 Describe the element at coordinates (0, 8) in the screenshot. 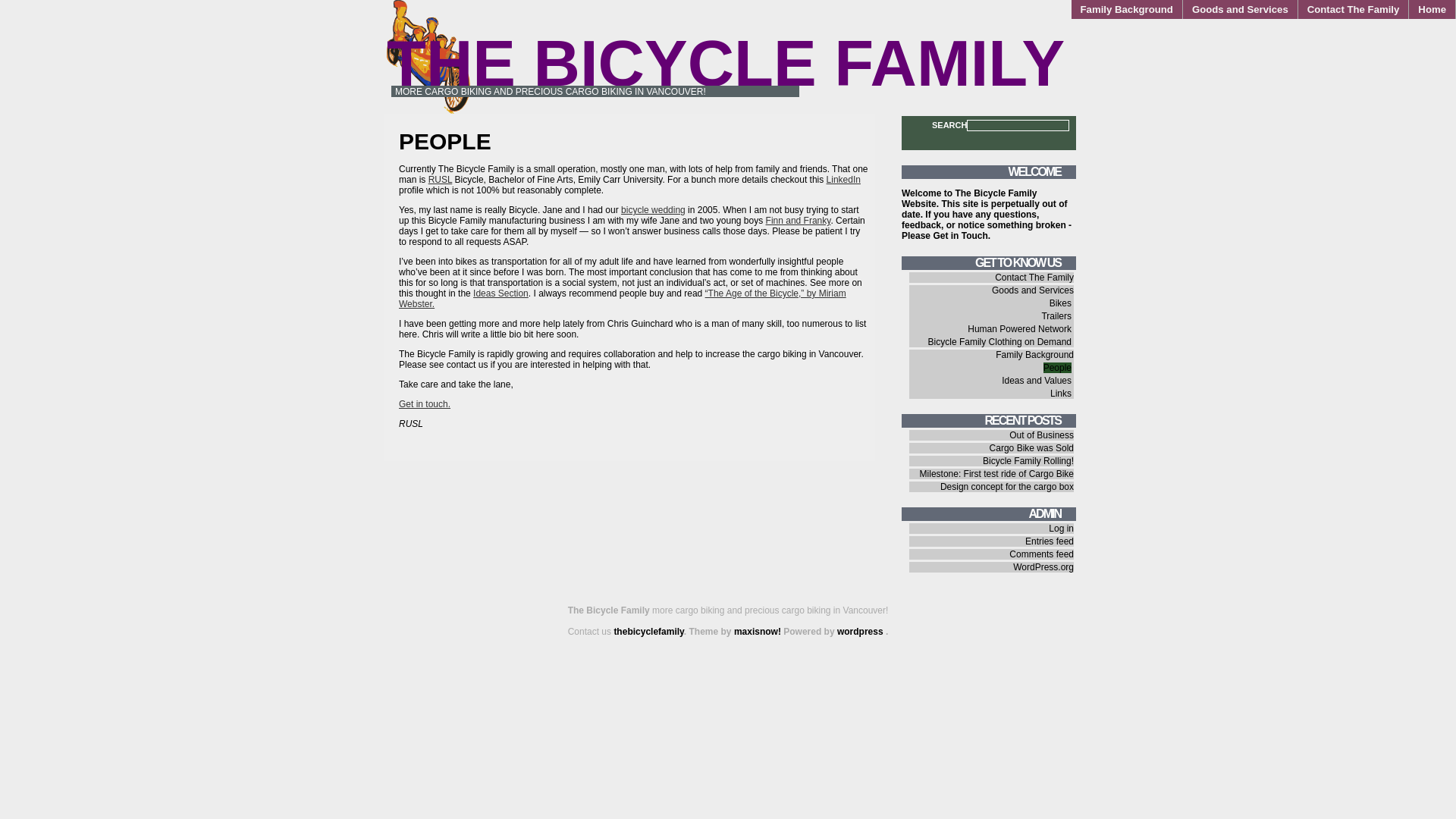

I see `'Search'` at that location.